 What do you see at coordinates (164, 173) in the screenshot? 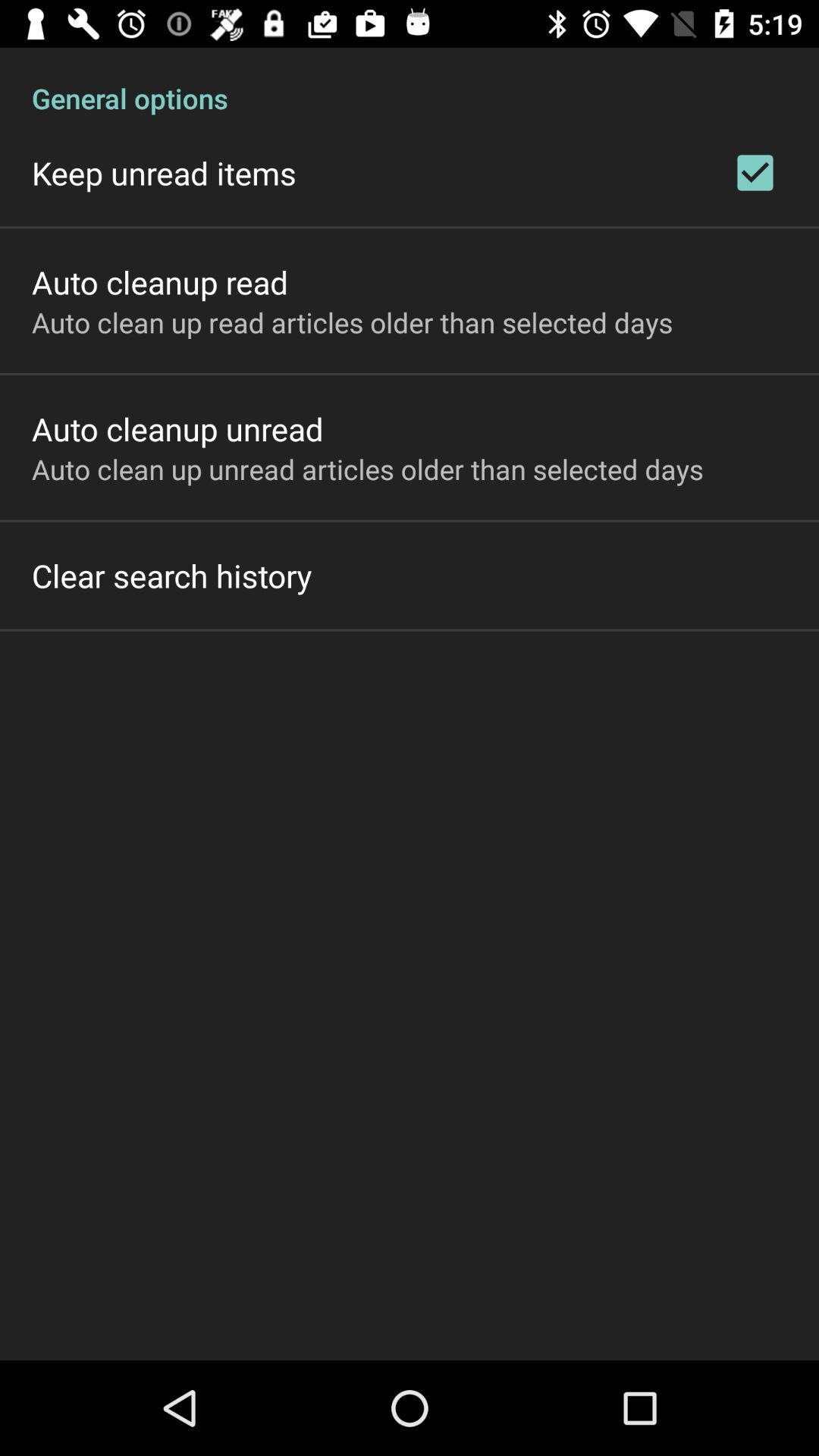
I see `keep unread items` at bounding box center [164, 173].